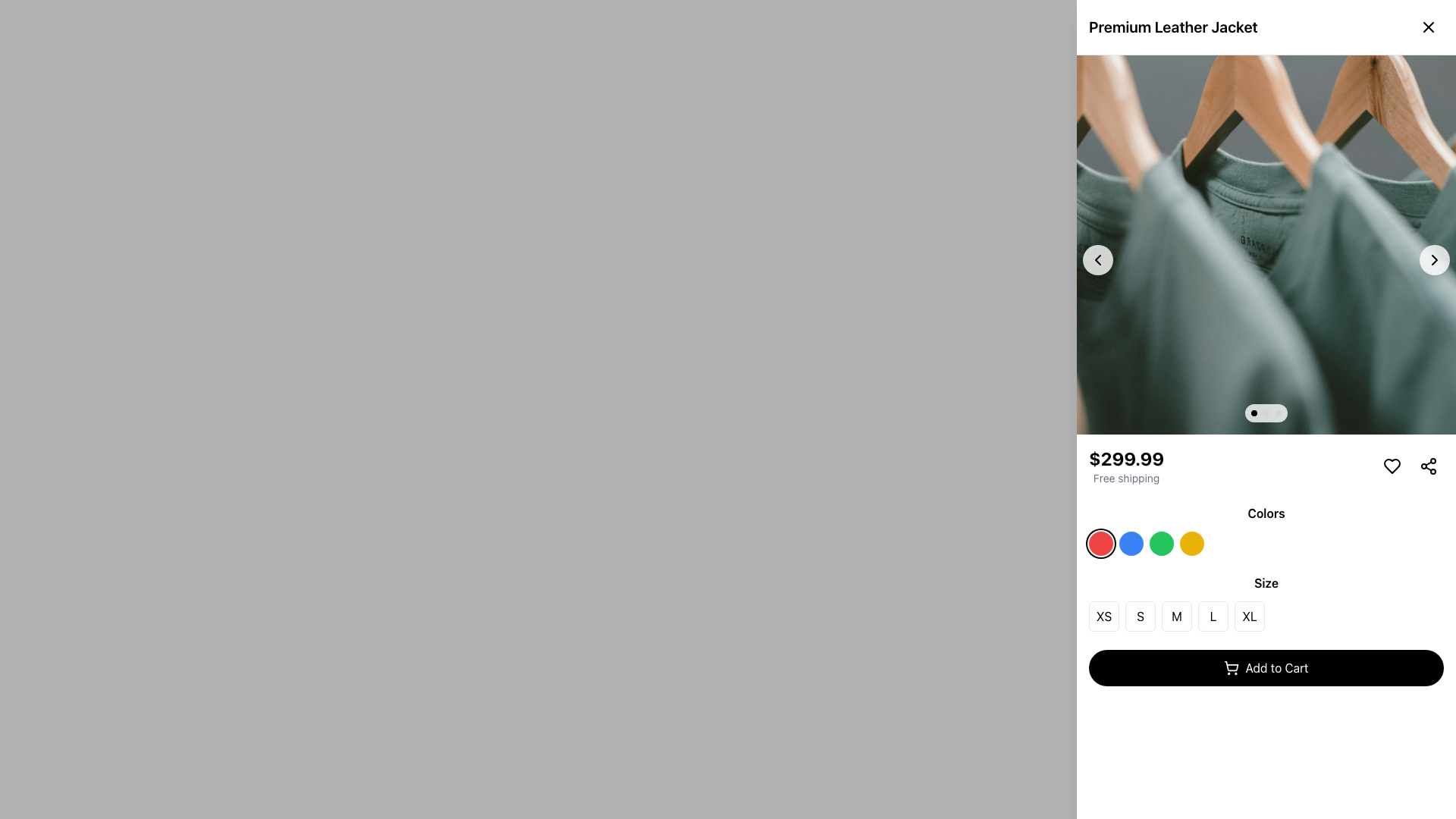 Image resolution: width=1456 pixels, height=819 pixels. Describe the element at coordinates (1098, 259) in the screenshot. I see `the chevron-left icon in the top-right navigation area` at that location.